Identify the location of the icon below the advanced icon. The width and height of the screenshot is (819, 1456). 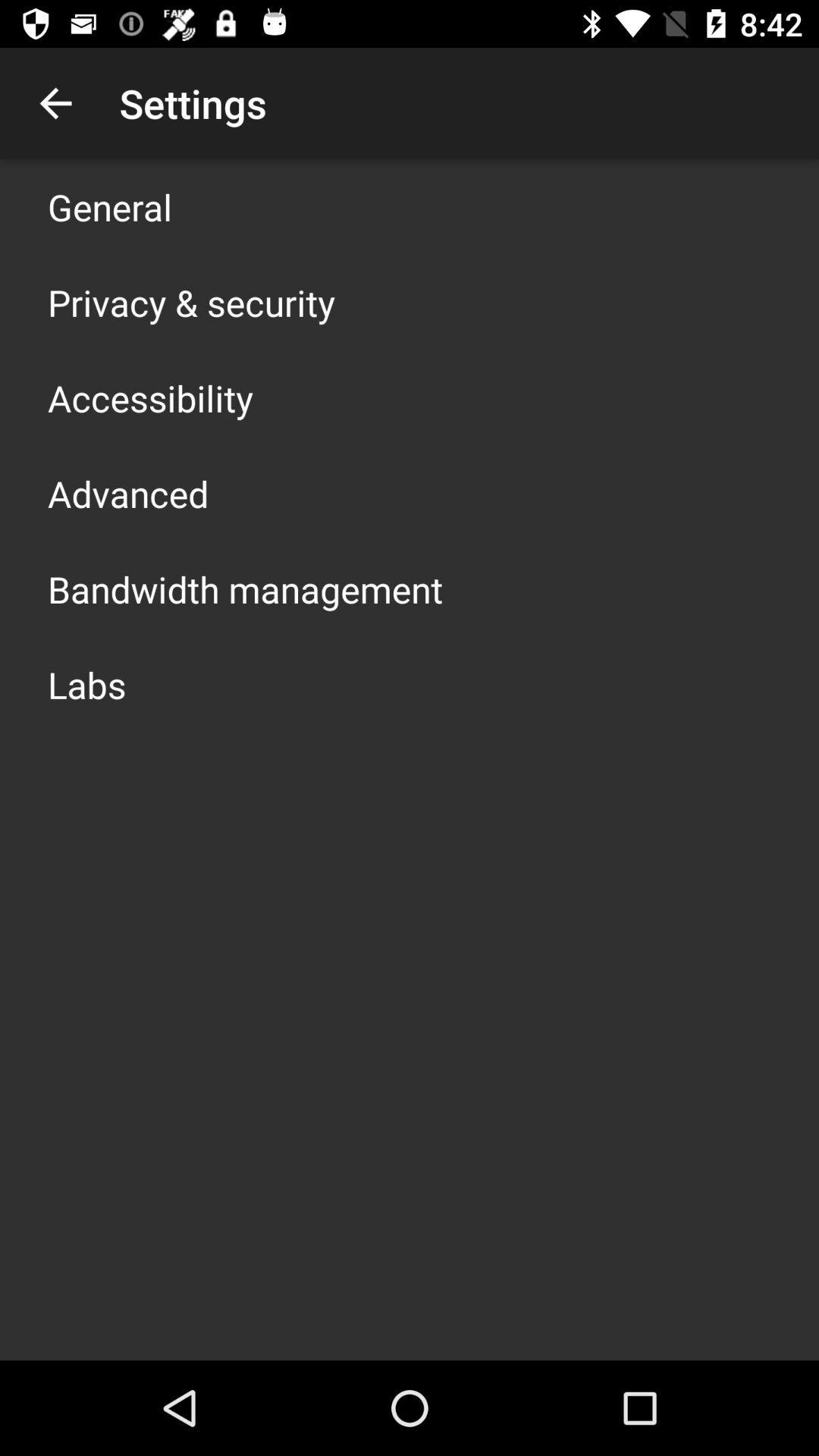
(244, 588).